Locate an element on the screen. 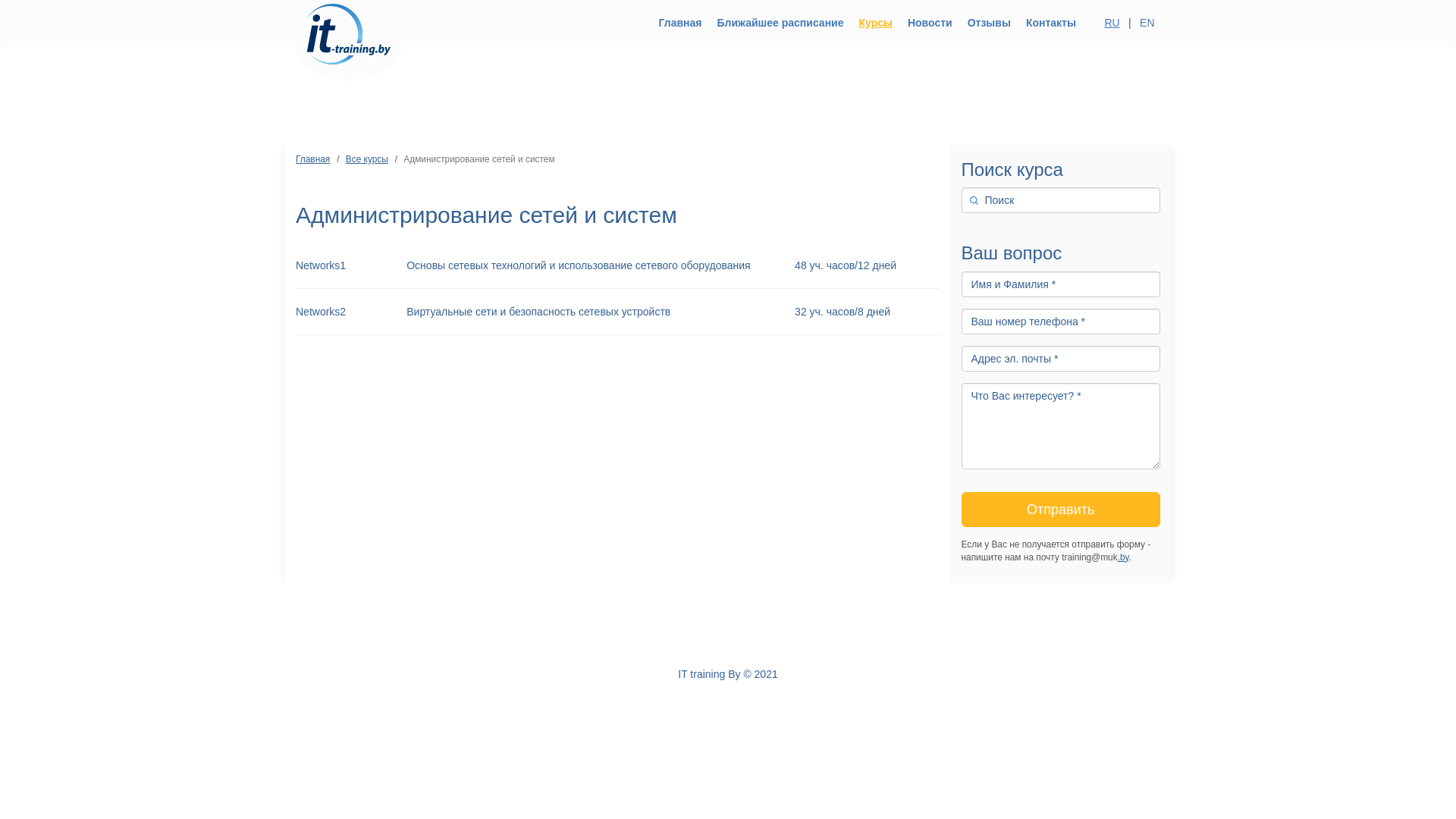  'it-training.by' is located at coordinates (348, 23).